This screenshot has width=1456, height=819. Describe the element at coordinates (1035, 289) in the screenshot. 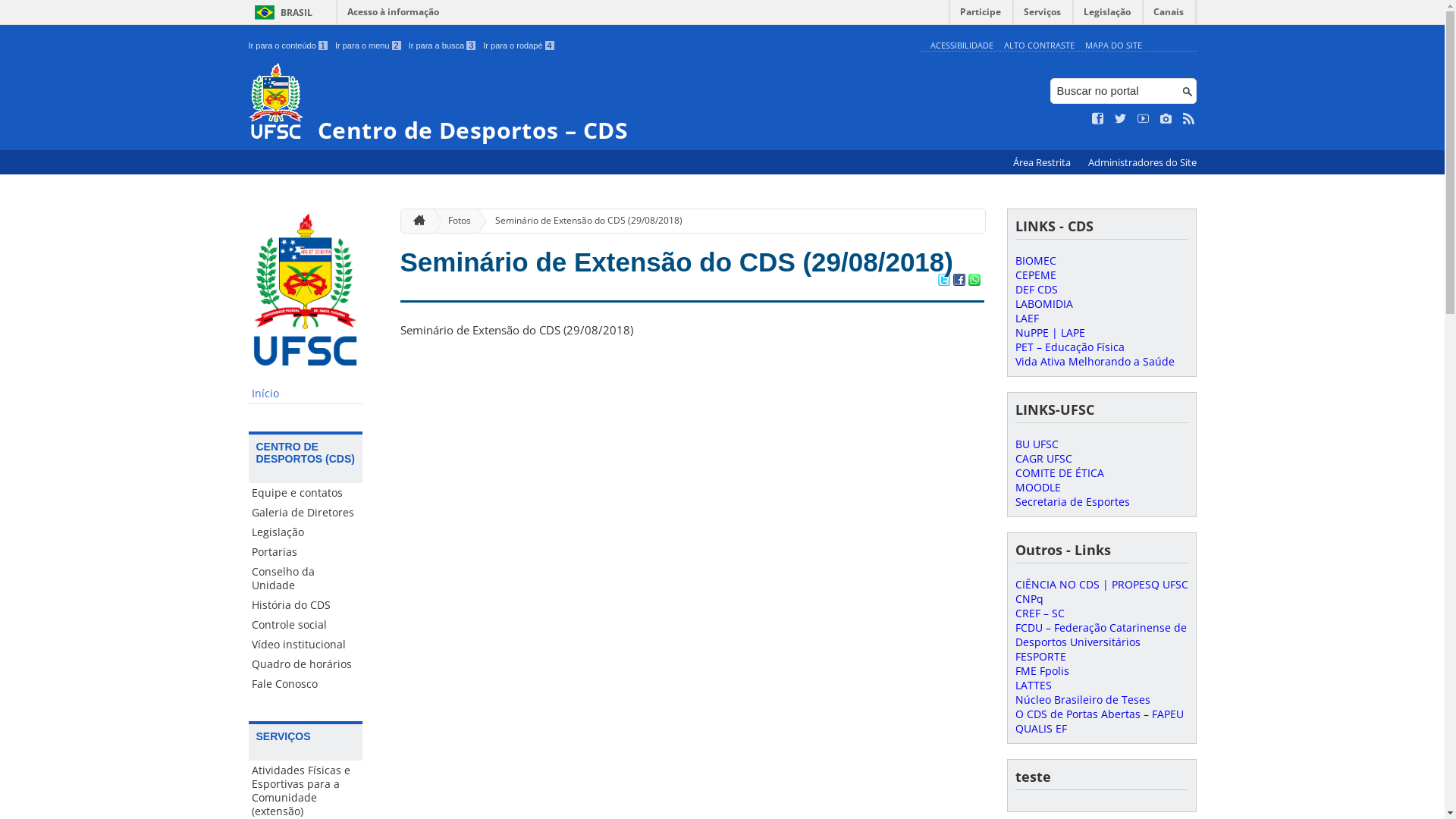

I see `'DEF CDS'` at that location.